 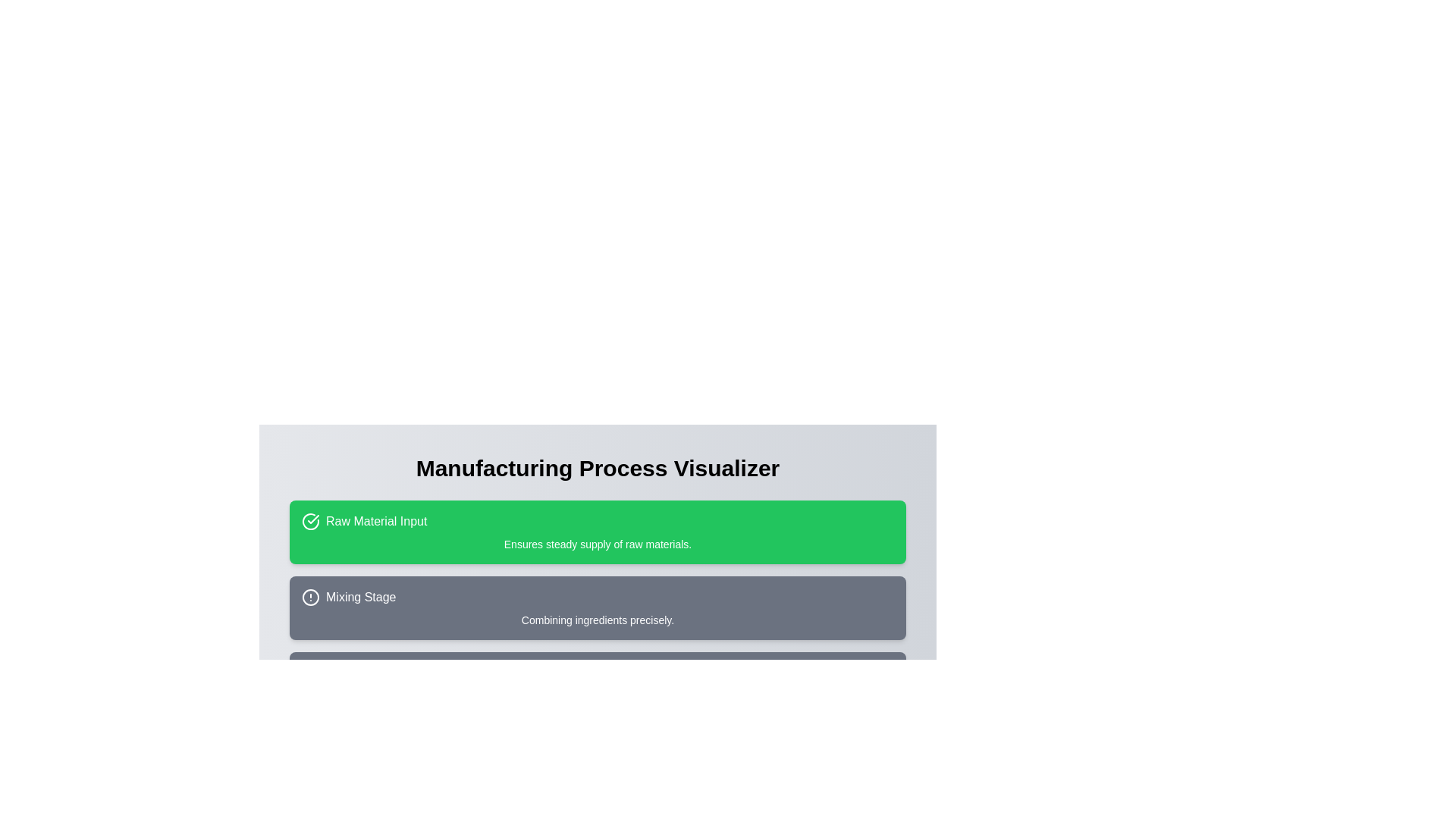 What do you see at coordinates (597, 607) in the screenshot?
I see `the icon on the 'Mixing Stage' informational card, which is the second card in the process visualization interface located between 'Raw Material Input' and 'Molding Process'` at bounding box center [597, 607].